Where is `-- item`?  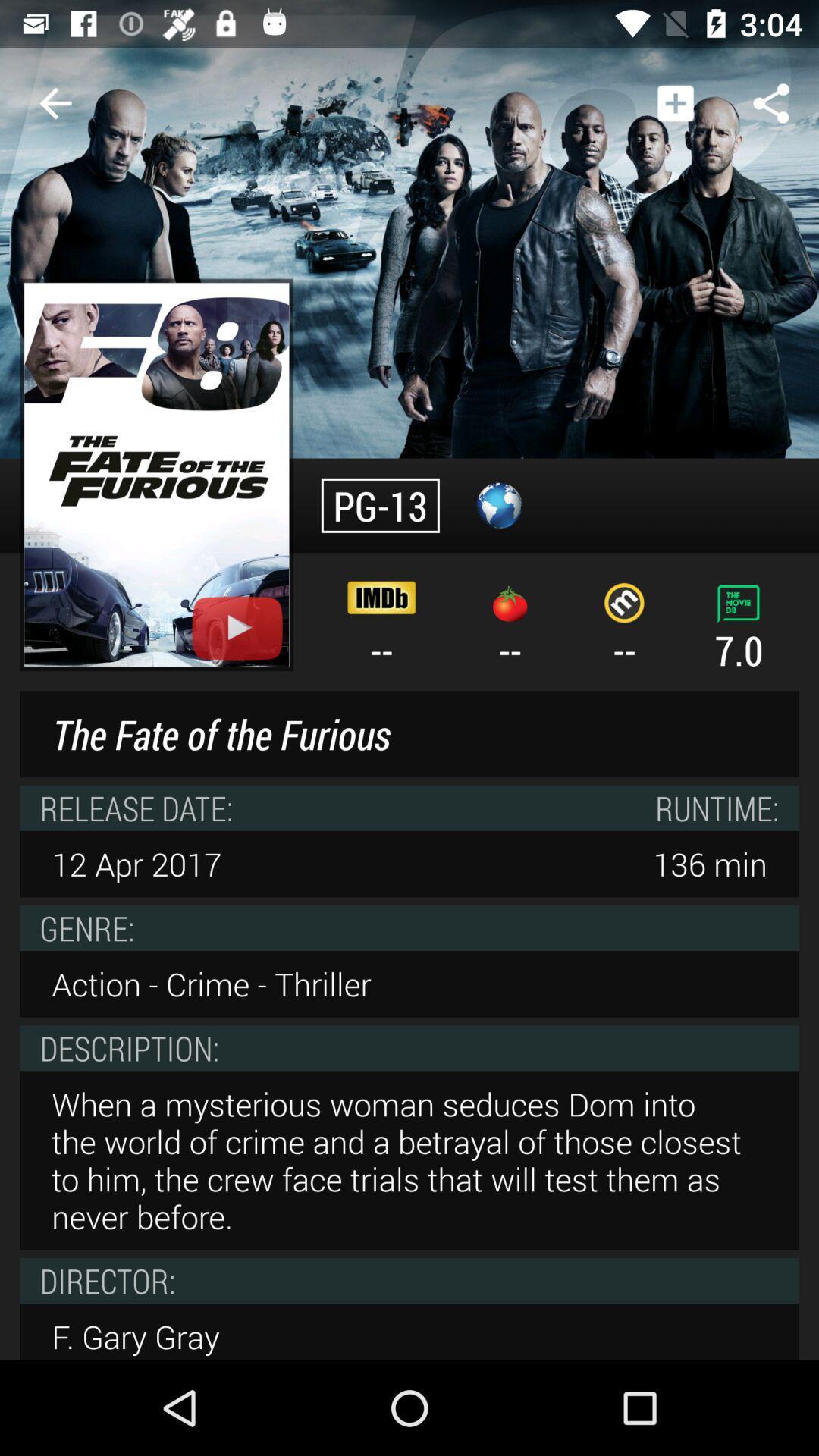 -- item is located at coordinates (510, 631).